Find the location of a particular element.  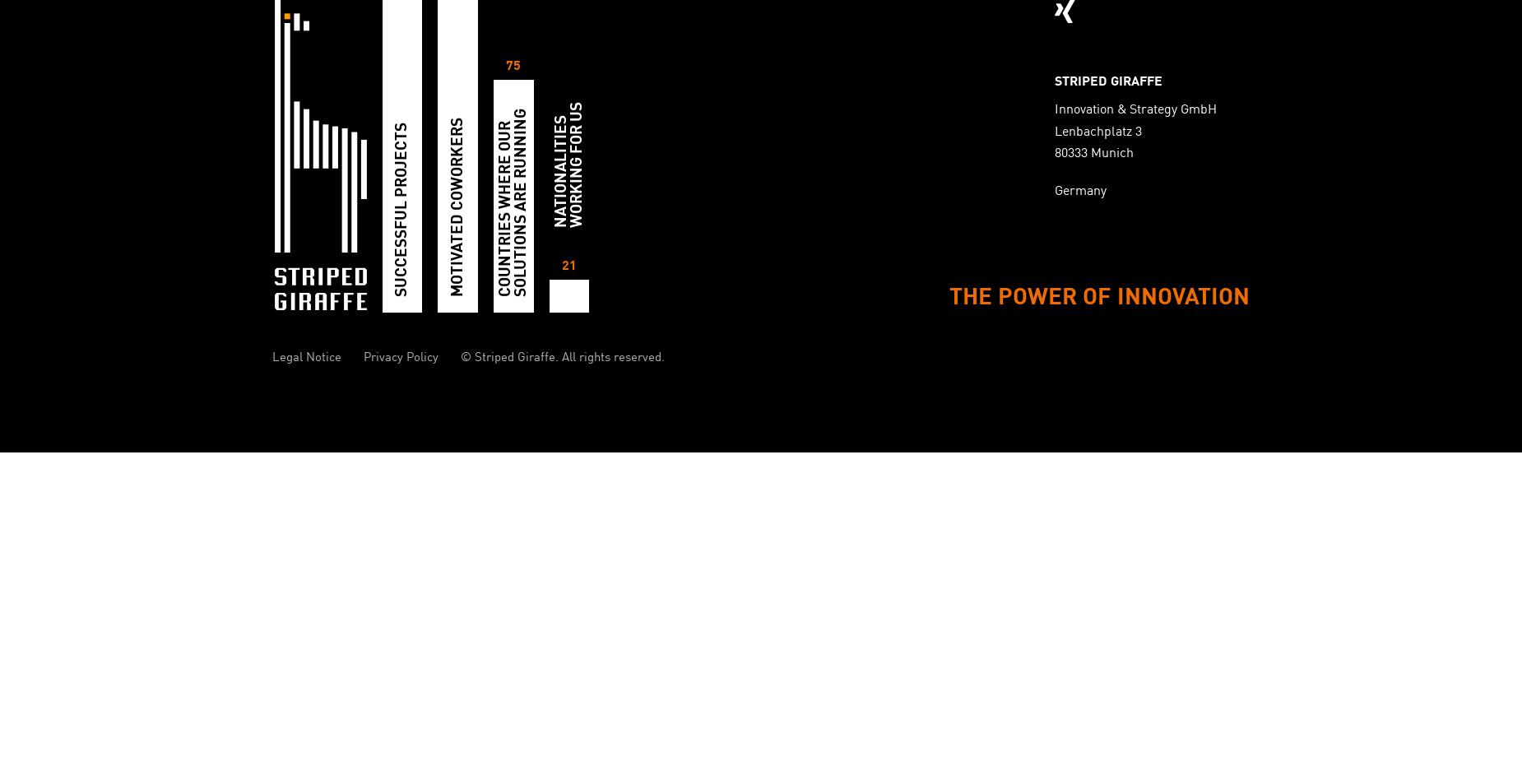

'75' is located at coordinates (505, 66).